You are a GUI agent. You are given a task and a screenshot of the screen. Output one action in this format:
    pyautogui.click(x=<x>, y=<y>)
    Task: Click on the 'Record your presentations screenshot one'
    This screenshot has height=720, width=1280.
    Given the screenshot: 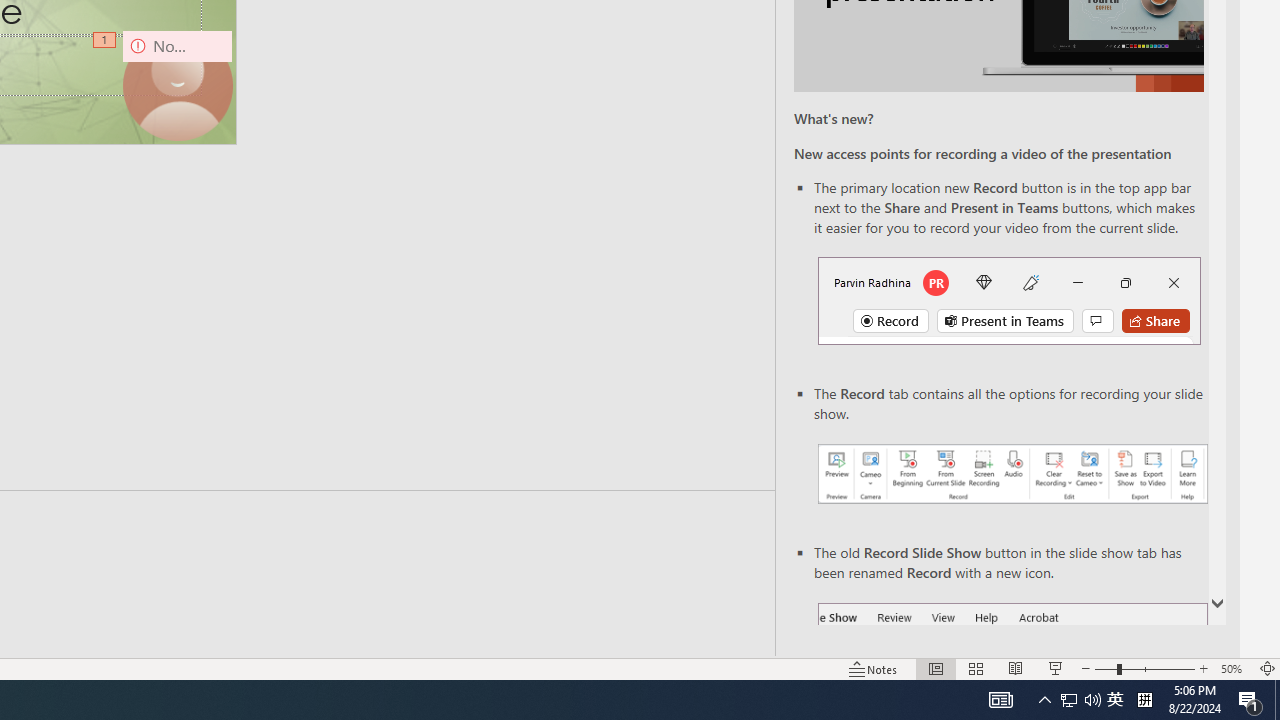 What is the action you would take?
    pyautogui.click(x=1013, y=474)
    